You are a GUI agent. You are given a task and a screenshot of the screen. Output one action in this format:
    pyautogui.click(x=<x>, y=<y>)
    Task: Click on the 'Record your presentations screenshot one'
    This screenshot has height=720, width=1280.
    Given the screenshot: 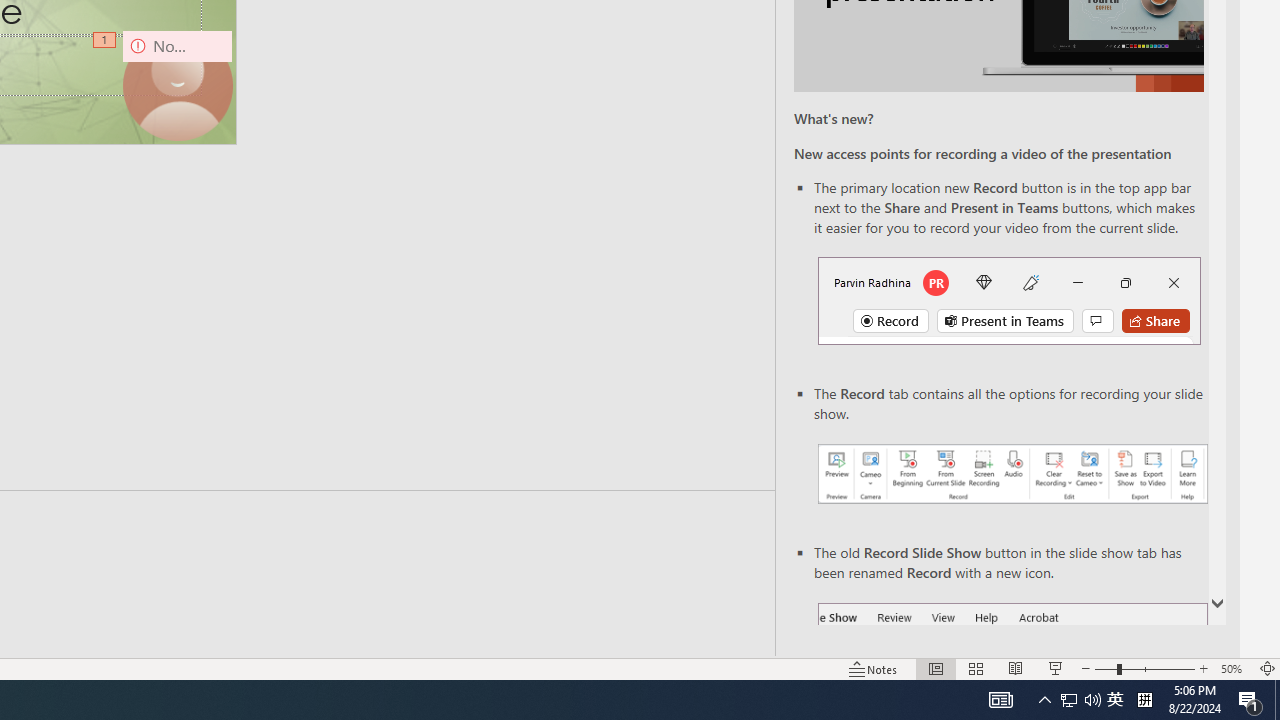 What is the action you would take?
    pyautogui.click(x=1013, y=474)
    